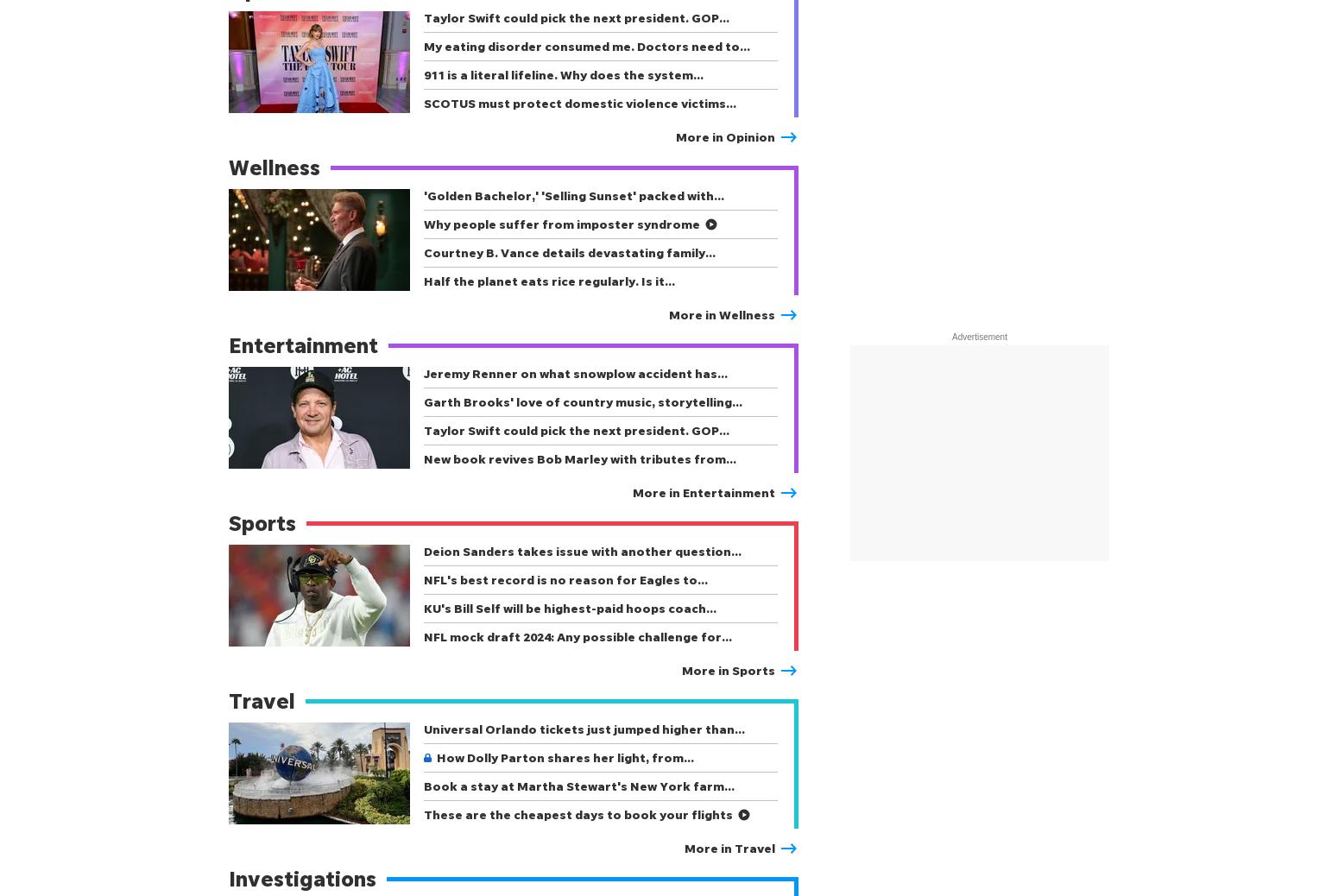 This screenshot has height=896, width=1338. Describe the element at coordinates (578, 457) in the screenshot. I see `'New book revives Bob Marley with tributes from…'` at that location.